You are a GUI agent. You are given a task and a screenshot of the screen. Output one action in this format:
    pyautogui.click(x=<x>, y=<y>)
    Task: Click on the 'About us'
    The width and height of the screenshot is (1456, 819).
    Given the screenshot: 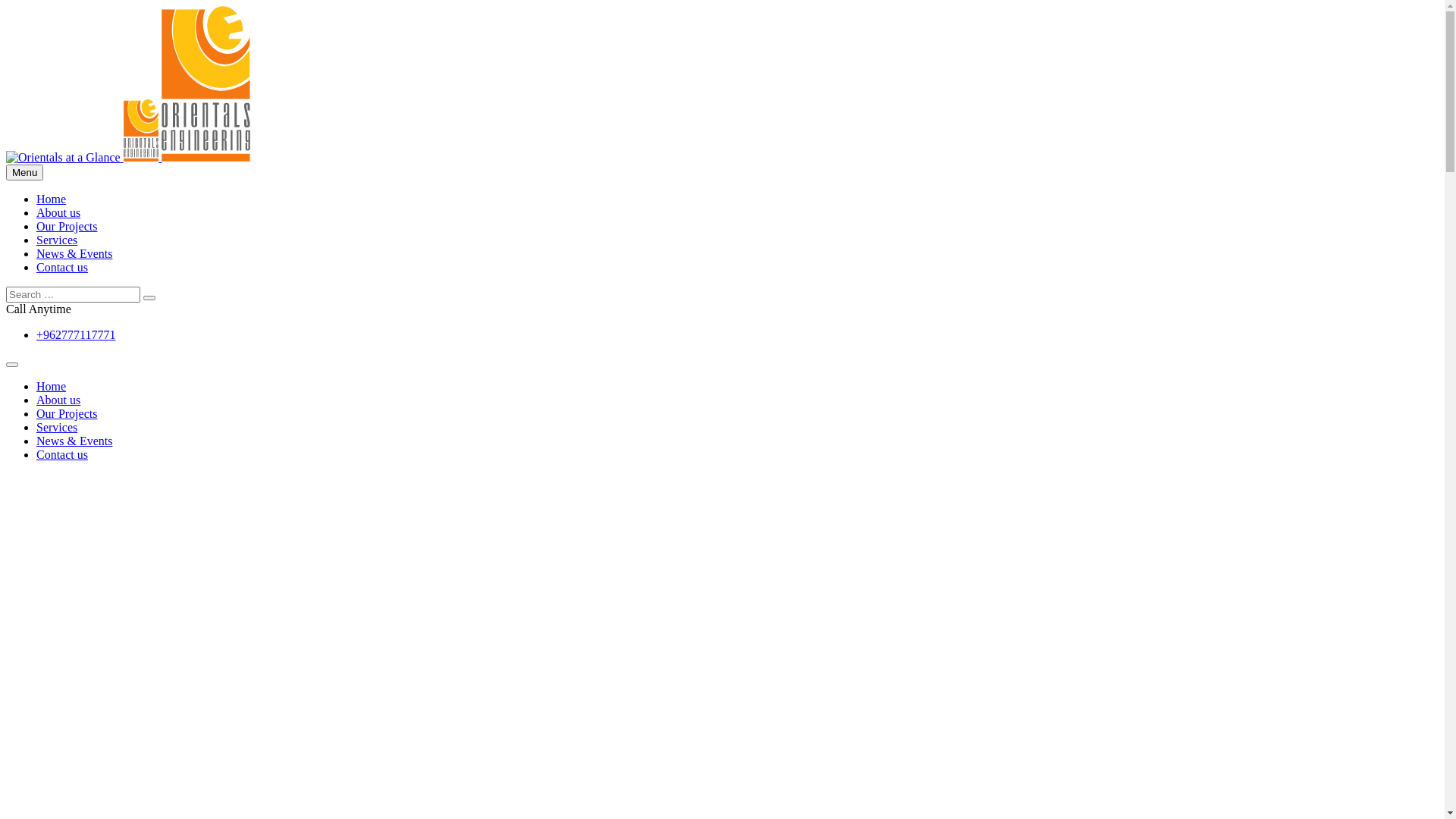 What is the action you would take?
    pyautogui.click(x=58, y=399)
    